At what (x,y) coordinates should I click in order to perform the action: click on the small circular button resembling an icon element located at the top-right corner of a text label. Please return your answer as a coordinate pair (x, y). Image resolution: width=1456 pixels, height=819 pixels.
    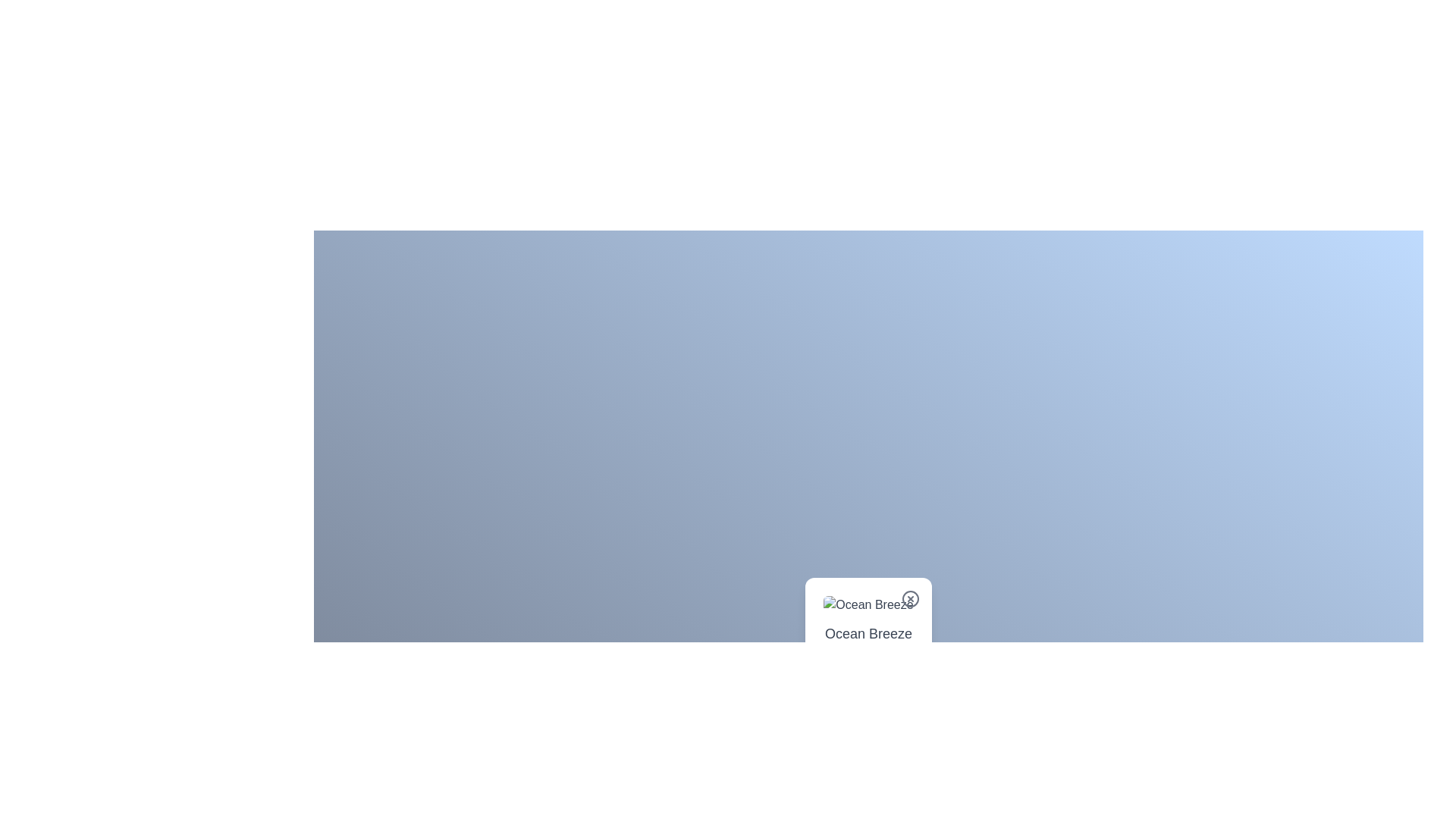
    Looking at the image, I should click on (910, 598).